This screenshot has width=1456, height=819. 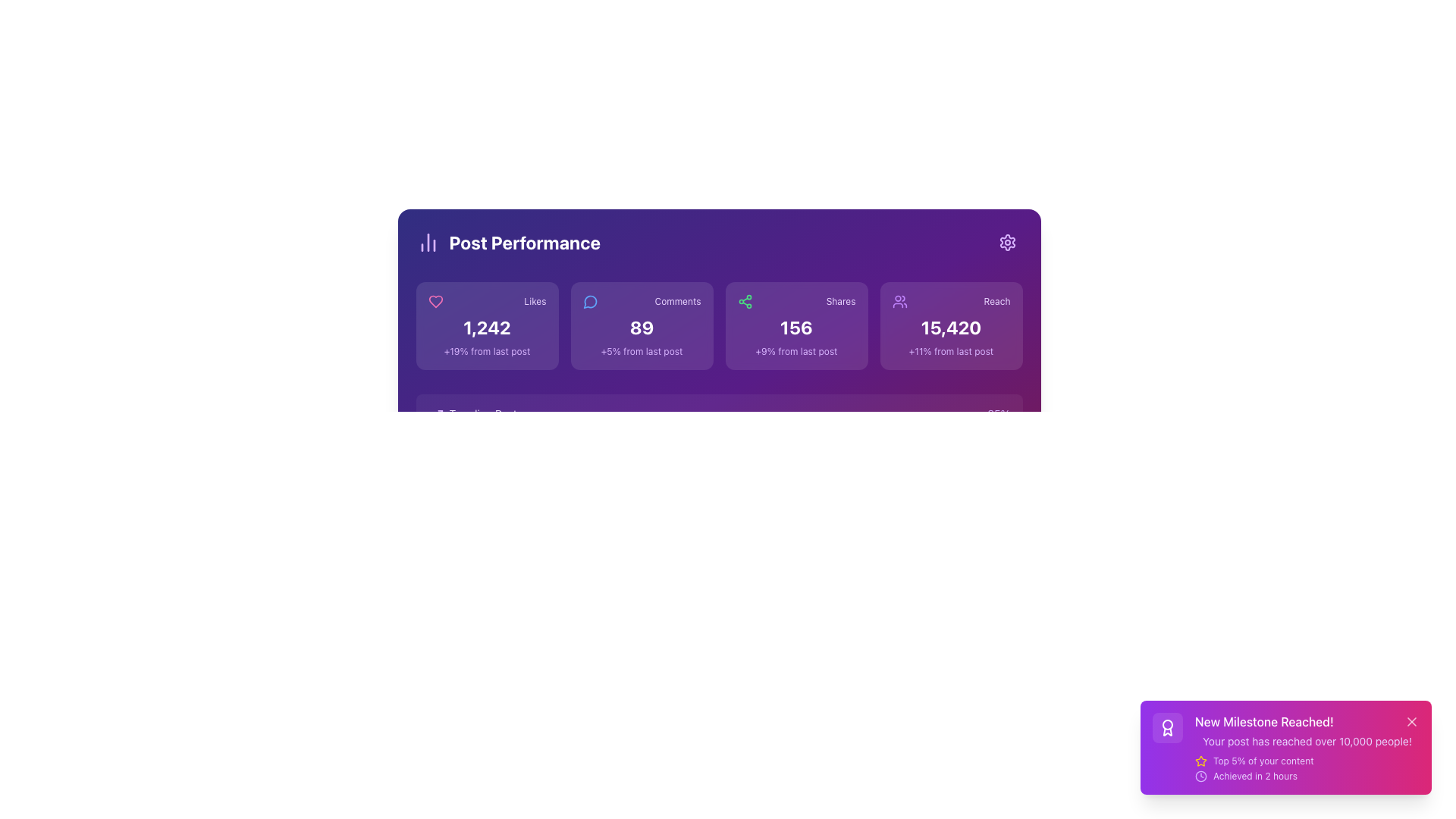 What do you see at coordinates (472, 414) in the screenshot?
I see `the 'Trending Post' text label located inside the 'Post Performance' panel, positioned at the bottom left corner of the content area, which features a purple color and a small trending-up icon to its left` at bounding box center [472, 414].